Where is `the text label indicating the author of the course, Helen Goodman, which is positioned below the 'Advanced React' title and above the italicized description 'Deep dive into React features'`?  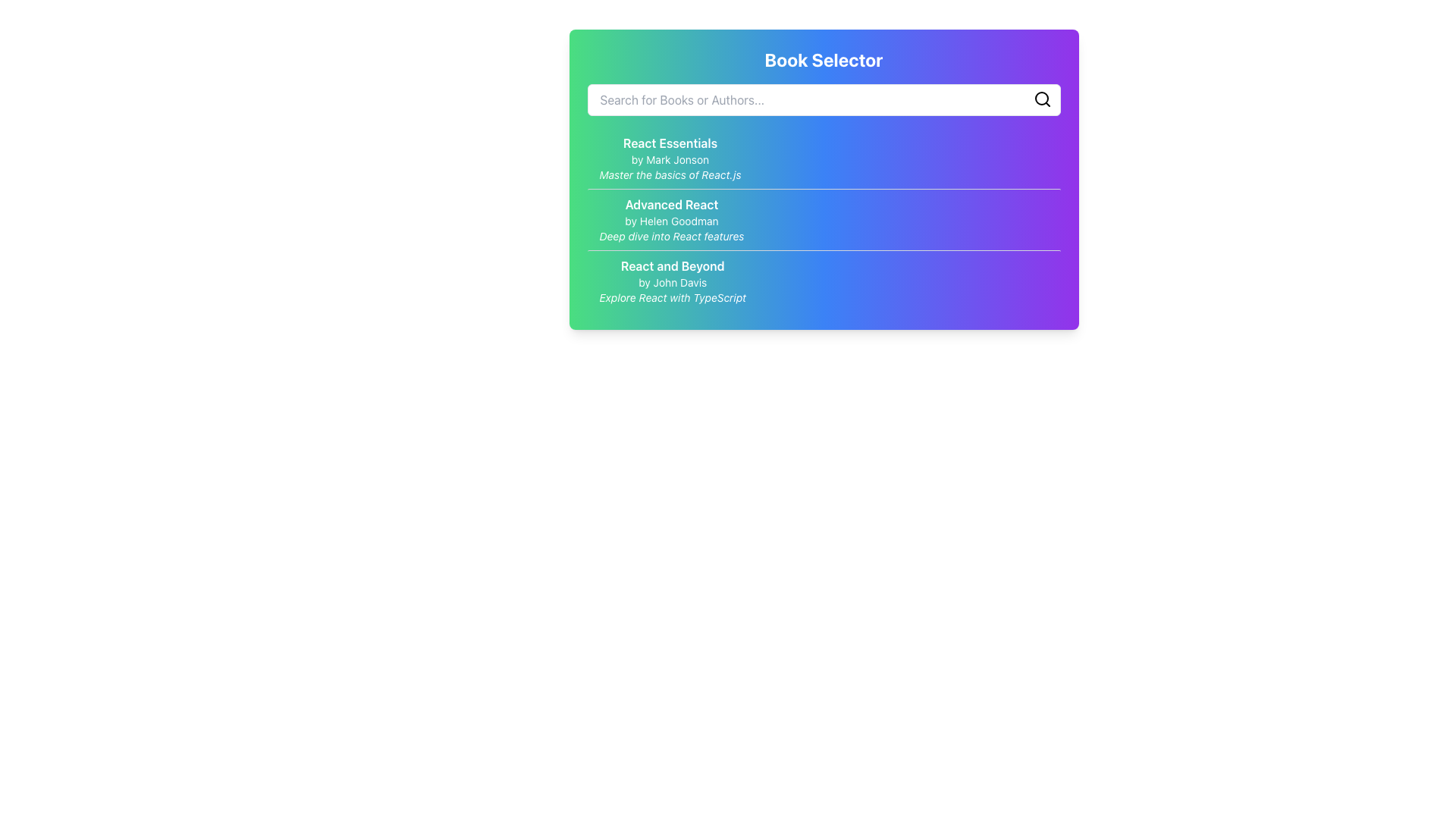 the text label indicating the author of the course, Helen Goodman, which is positioned below the 'Advanced React' title and above the italicized description 'Deep dive into React features' is located at coordinates (671, 221).